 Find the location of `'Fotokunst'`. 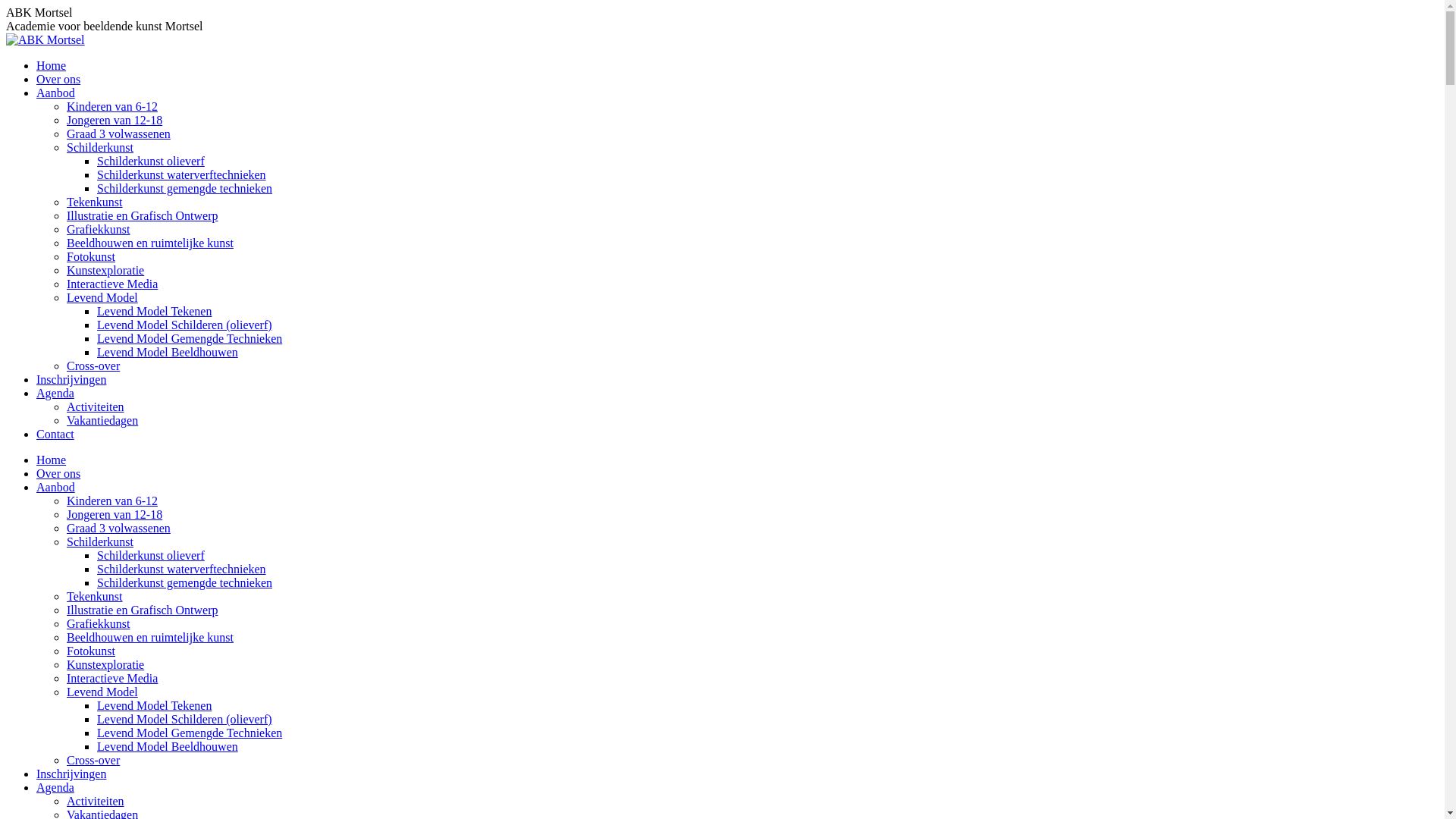

'Fotokunst' is located at coordinates (90, 256).